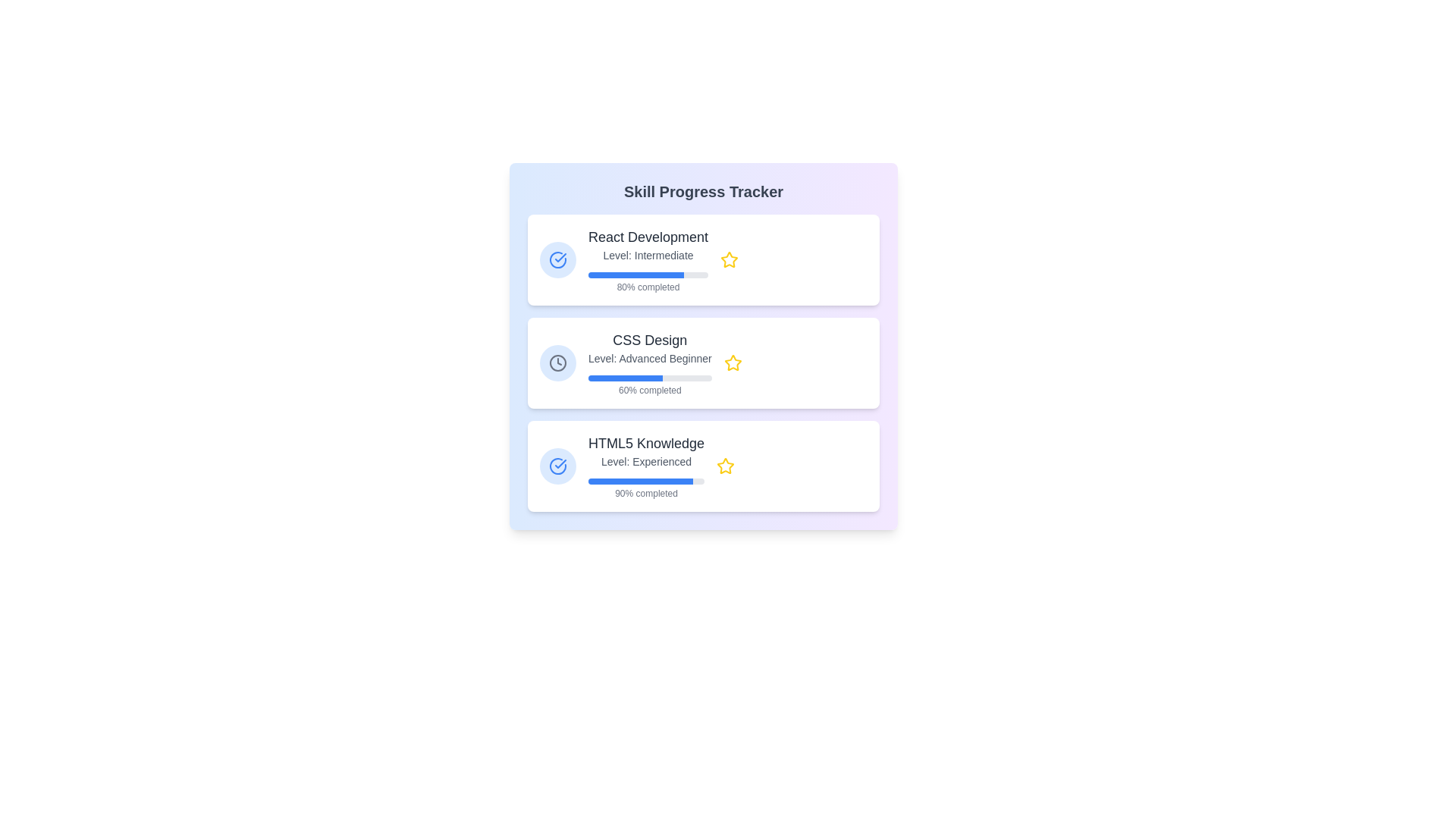 The width and height of the screenshot is (1456, 819). What do you see at coordinates (636, 275) in the screenshot?
I see `the blue progress segment of the Visual Progress Bar indicating 80% completion for the skill 'React Development'` at bounding box center [636, 275].